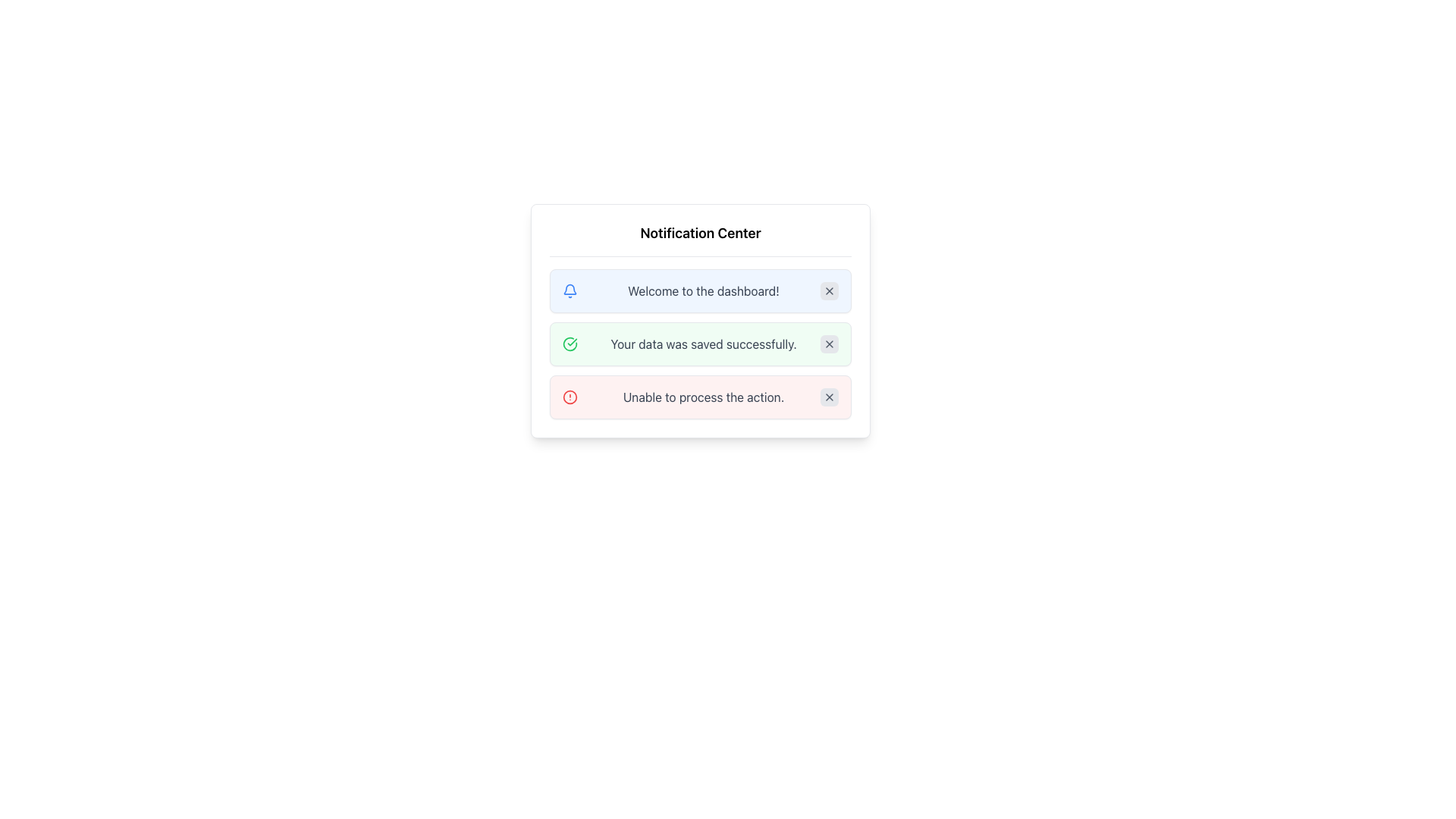  What do you see at coordinates (570, 397) in the screenshot?
I see `the circular red alert icon located to the left of the text 'Unable to process the action.' in the bottom notification of the notification list` at bounding box center [570, 397].